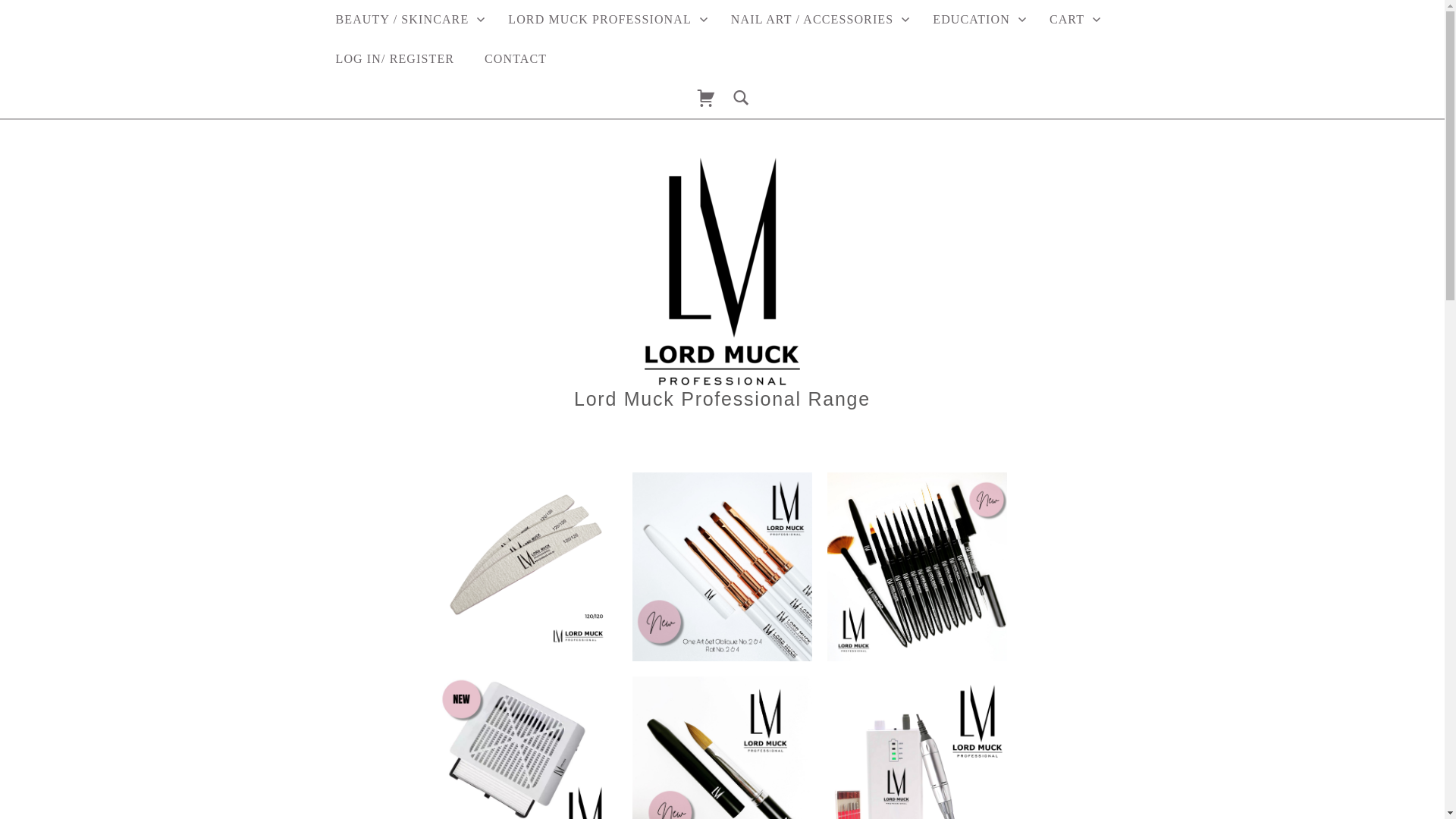 This screenshot has height=819, width=1456. What do you see at coordinates (406, 20) in the screenshot?
I see `'BEAUTY / SKINCARE'` at bounding box center [406, 20].